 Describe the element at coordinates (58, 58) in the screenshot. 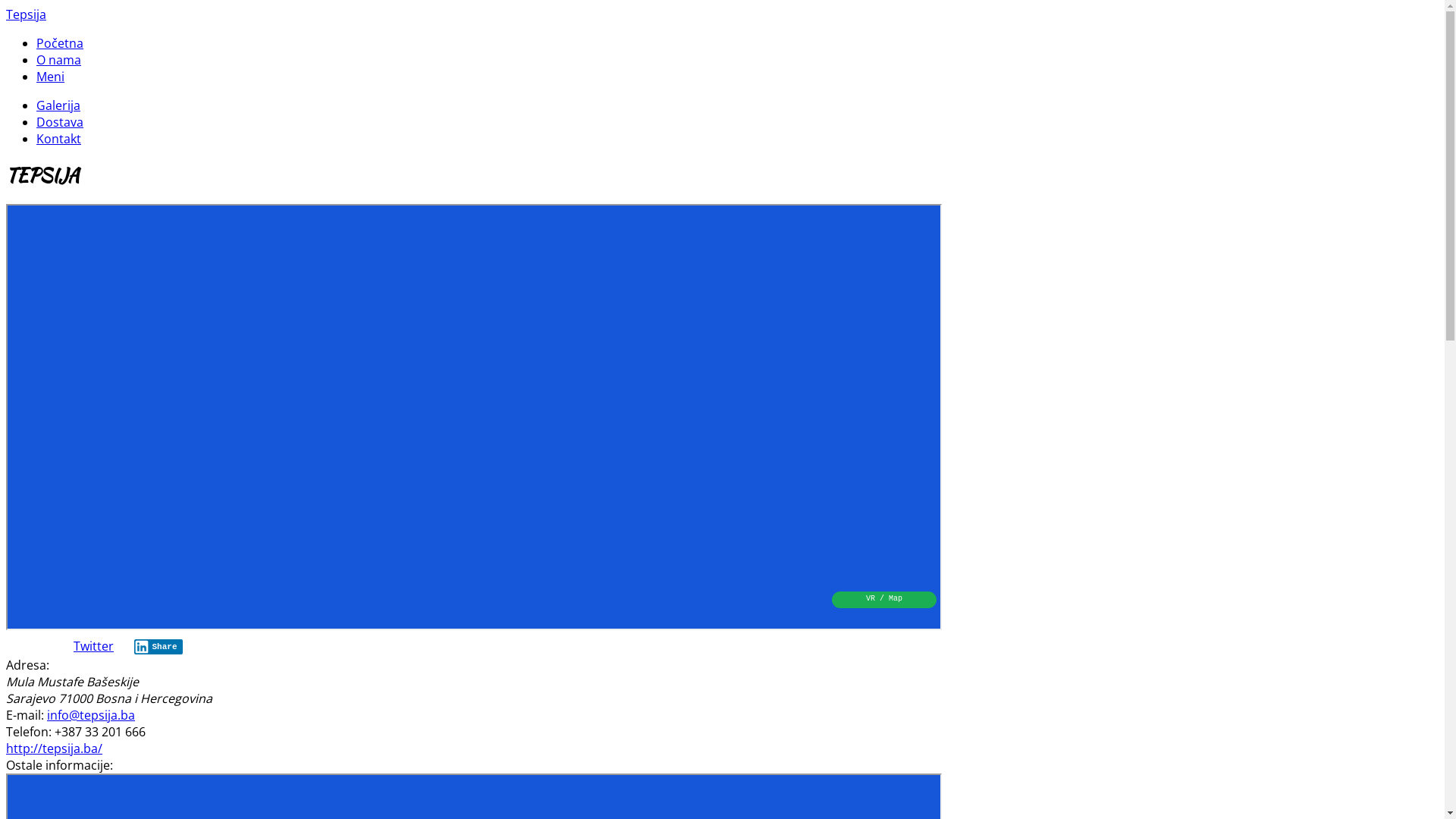

I see `'O nama'` at that location.